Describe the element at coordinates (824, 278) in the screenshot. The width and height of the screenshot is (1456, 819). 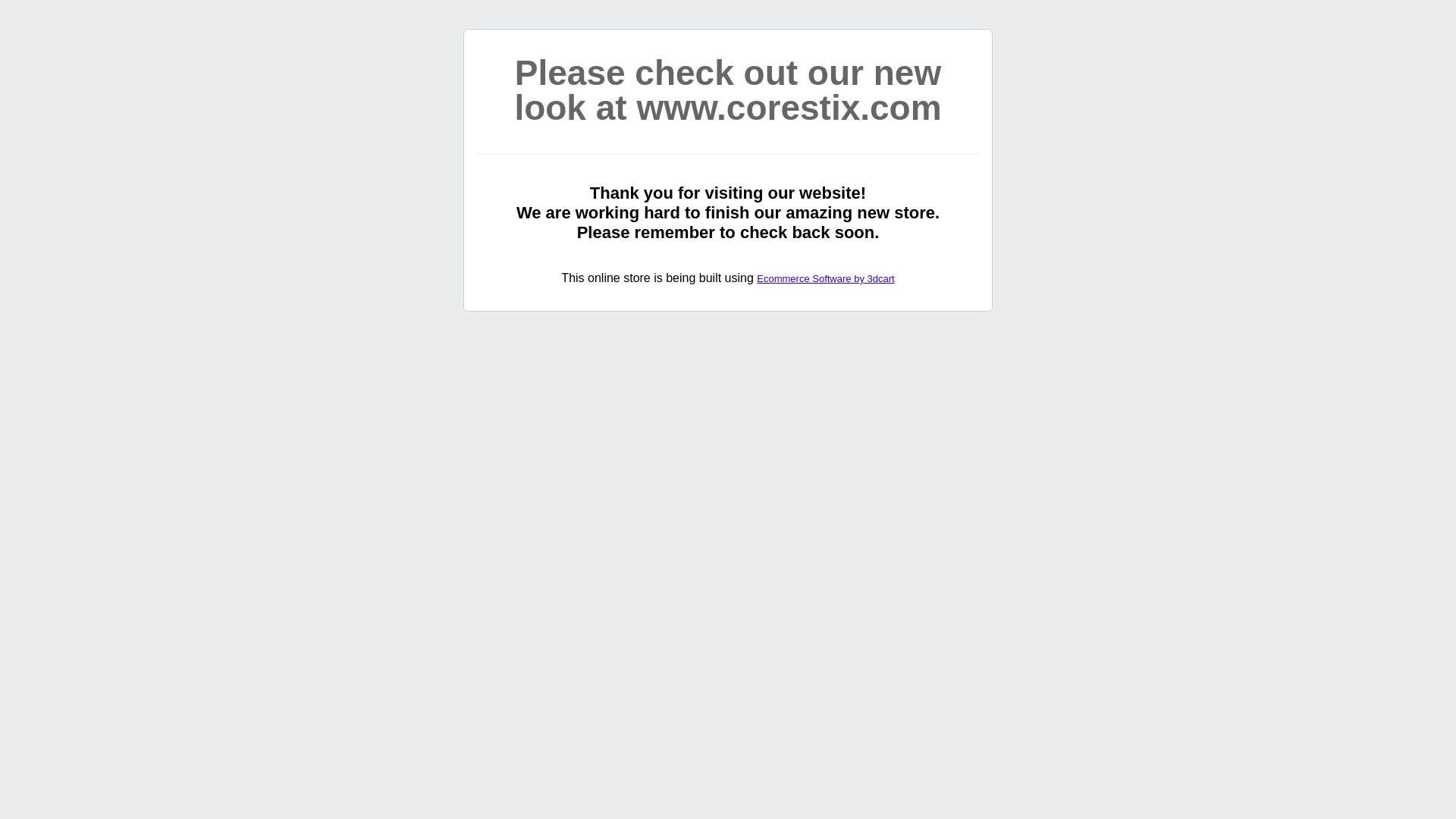
I see `'Ecommerce Software by 3dcart'` at that location.